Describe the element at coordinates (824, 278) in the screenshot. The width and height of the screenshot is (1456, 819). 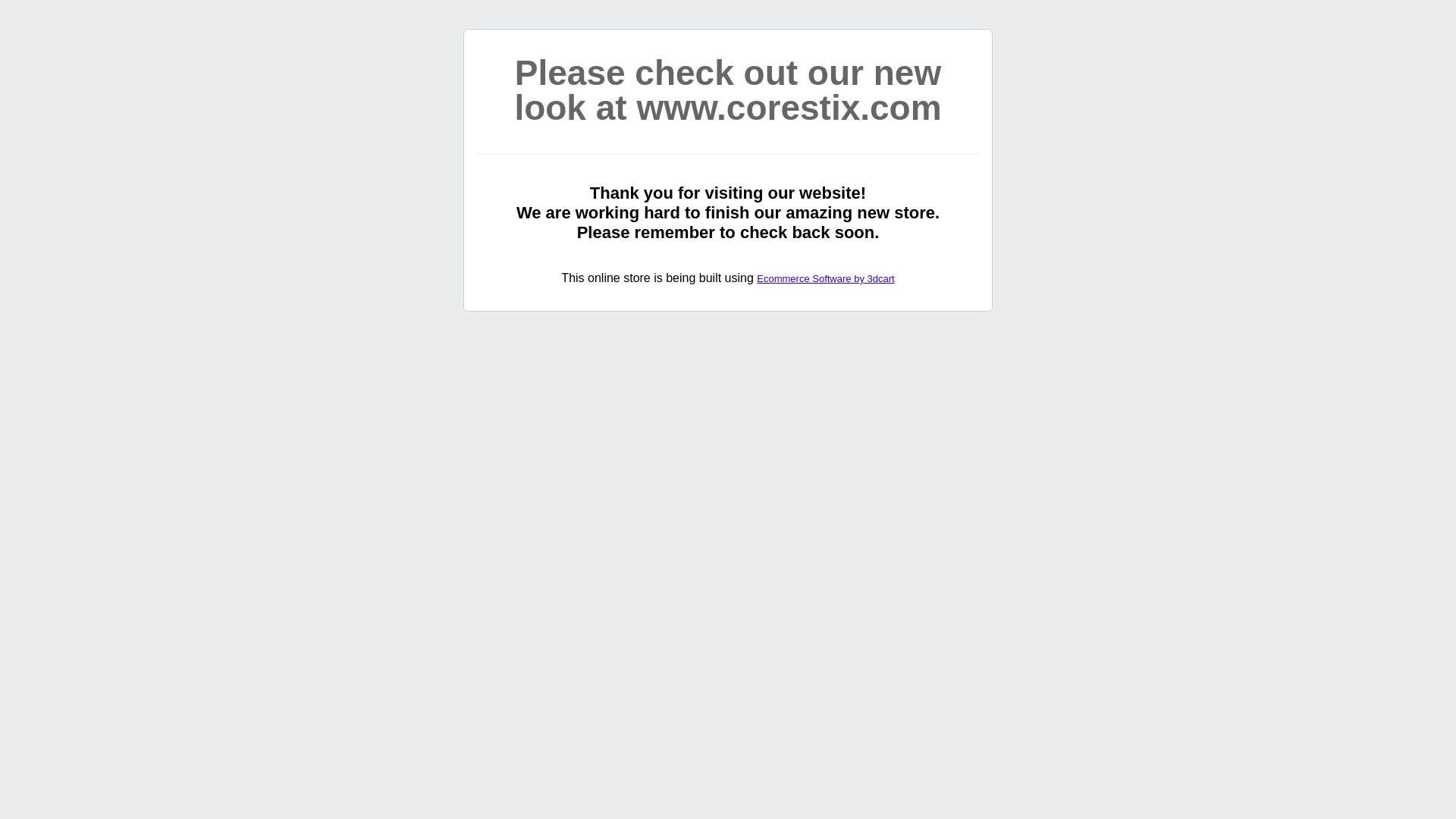
I see `'Ecommerce Software by 3dcart'` at that location.